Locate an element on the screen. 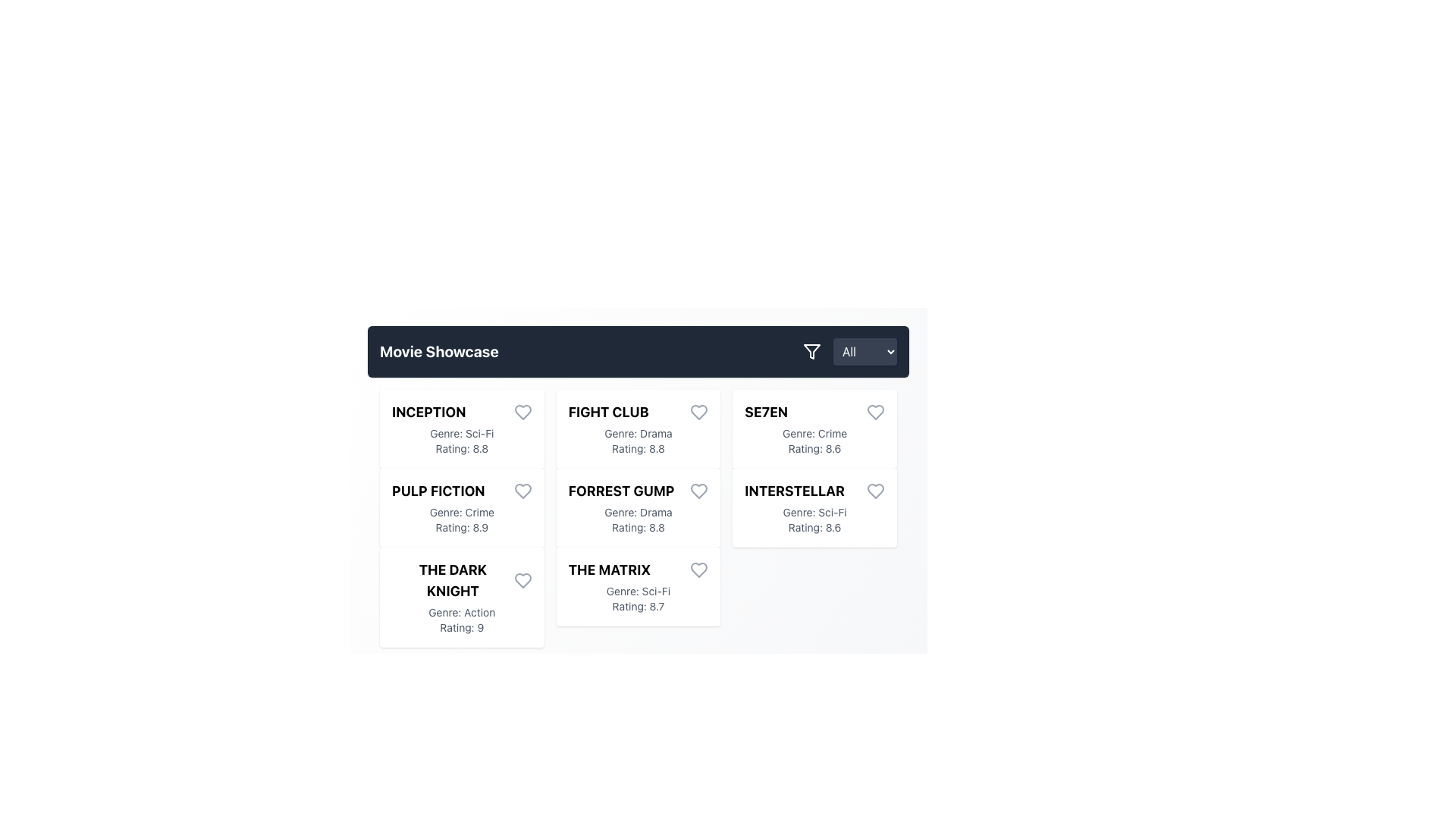 Image resolution: width=1456 pixels, height=819 pixels. genre text labeled 'Action' located below the header 'THE DARK KNIGHT' in the bottom-left card of the grid layout is located at coordinates (479, 611).